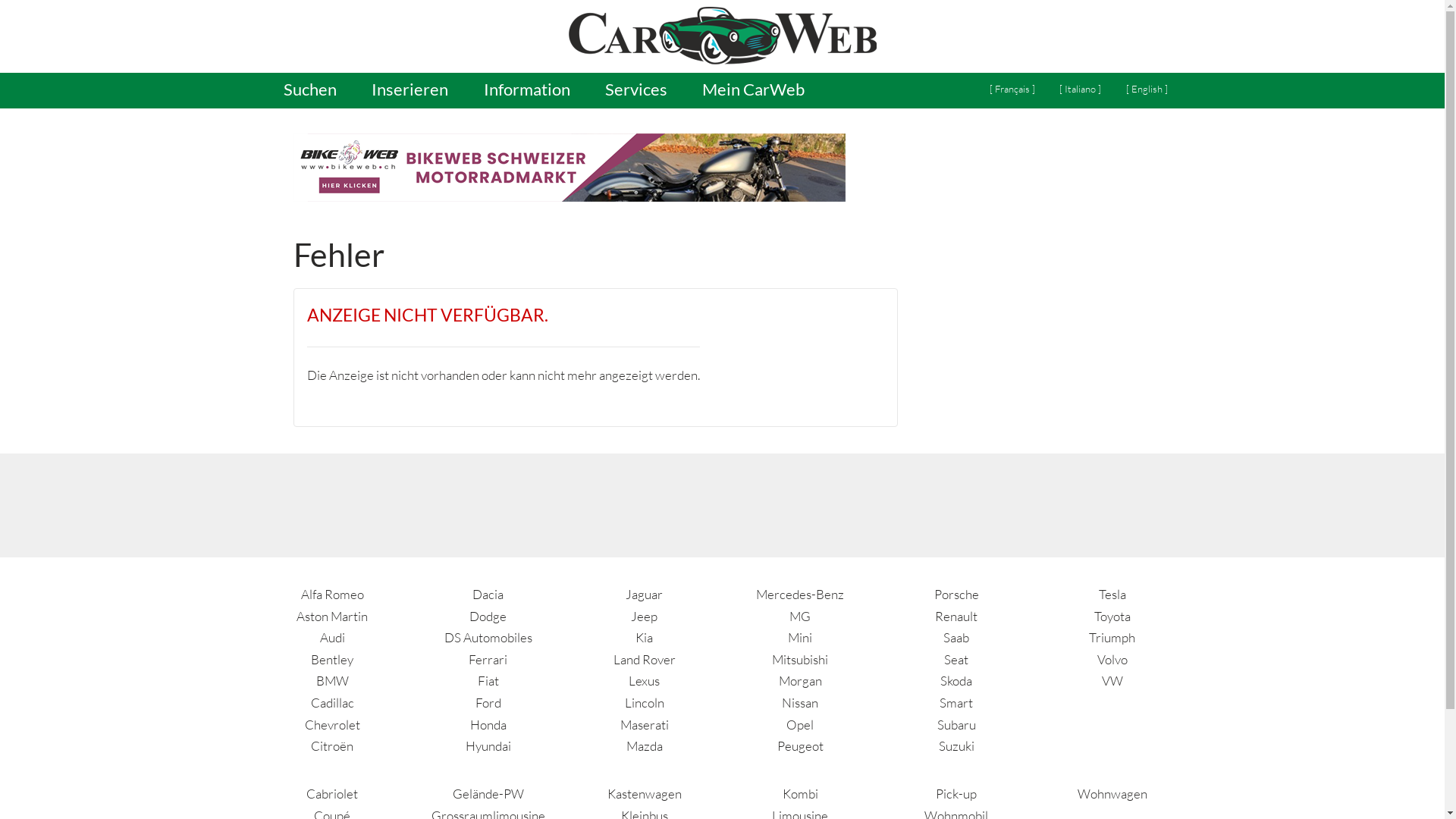  Describe the element at coordinates (488, 702) in the screenshot. I see `'Ford'` at that location.